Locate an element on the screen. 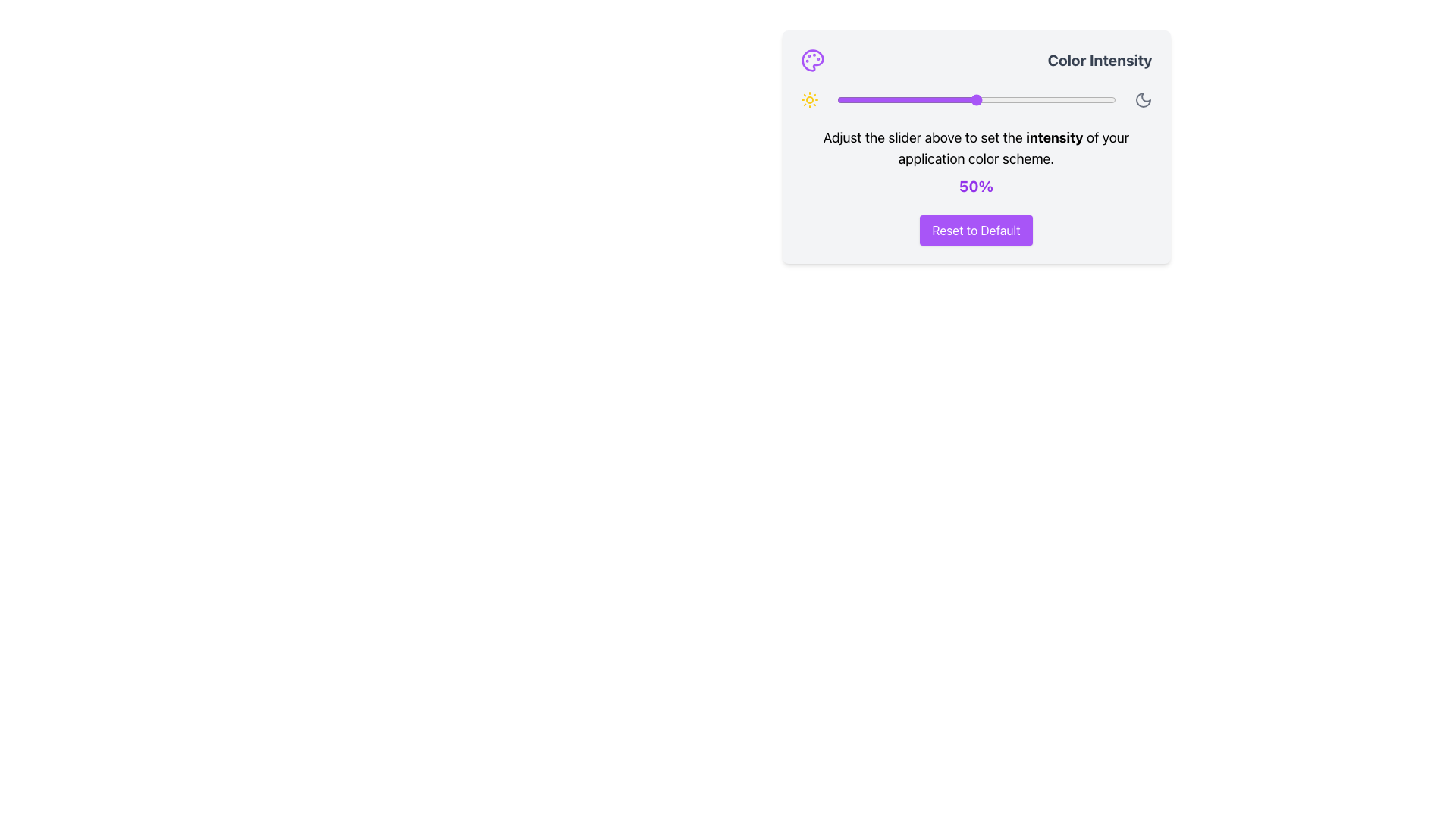 Image resolution: width=1456 pixels, height=819 pixels. the color intensity is located at coordinates (981, 99).